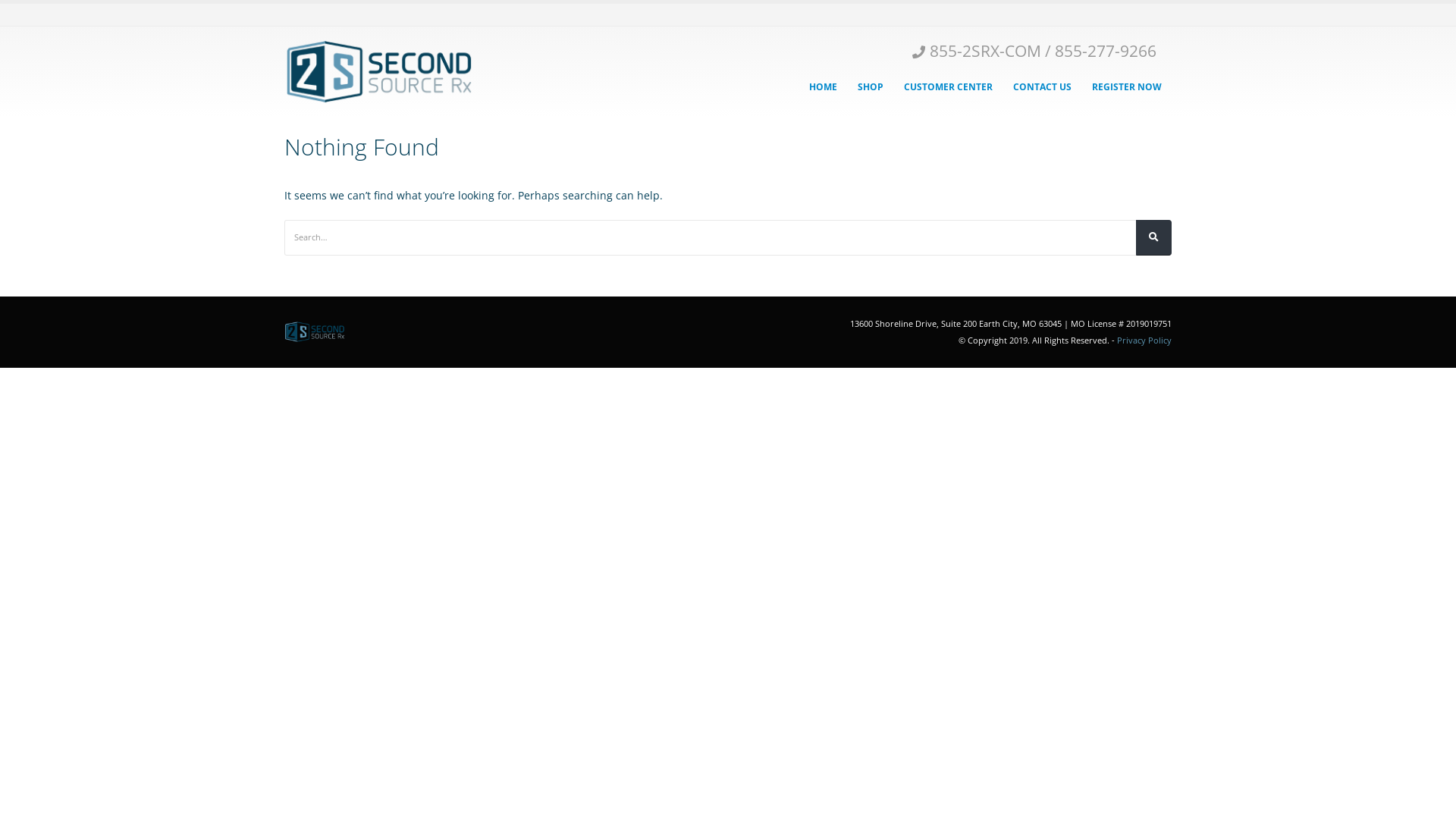  Describe the element at coordinates (1144, 339) in the screenshot. I see `'Privacy Policy'` at that location.